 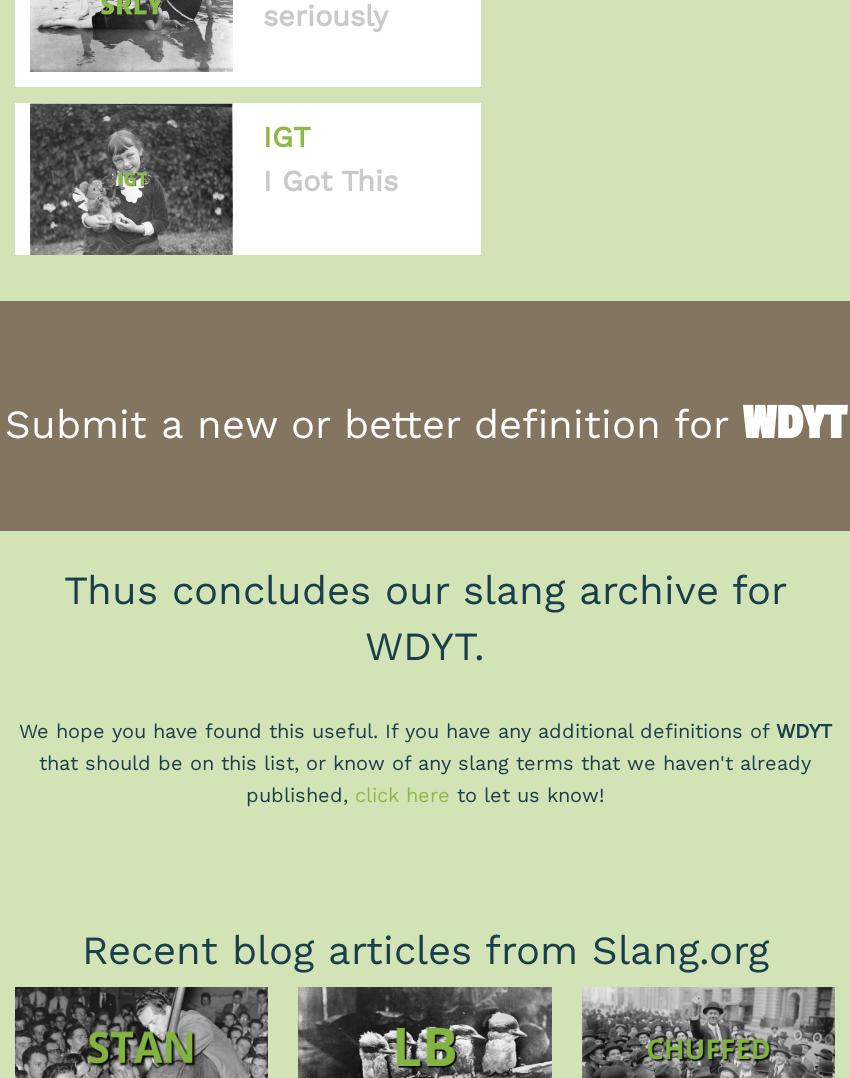 I want to click on 'Submit a new or better definition for', so click(x=371, y=423).